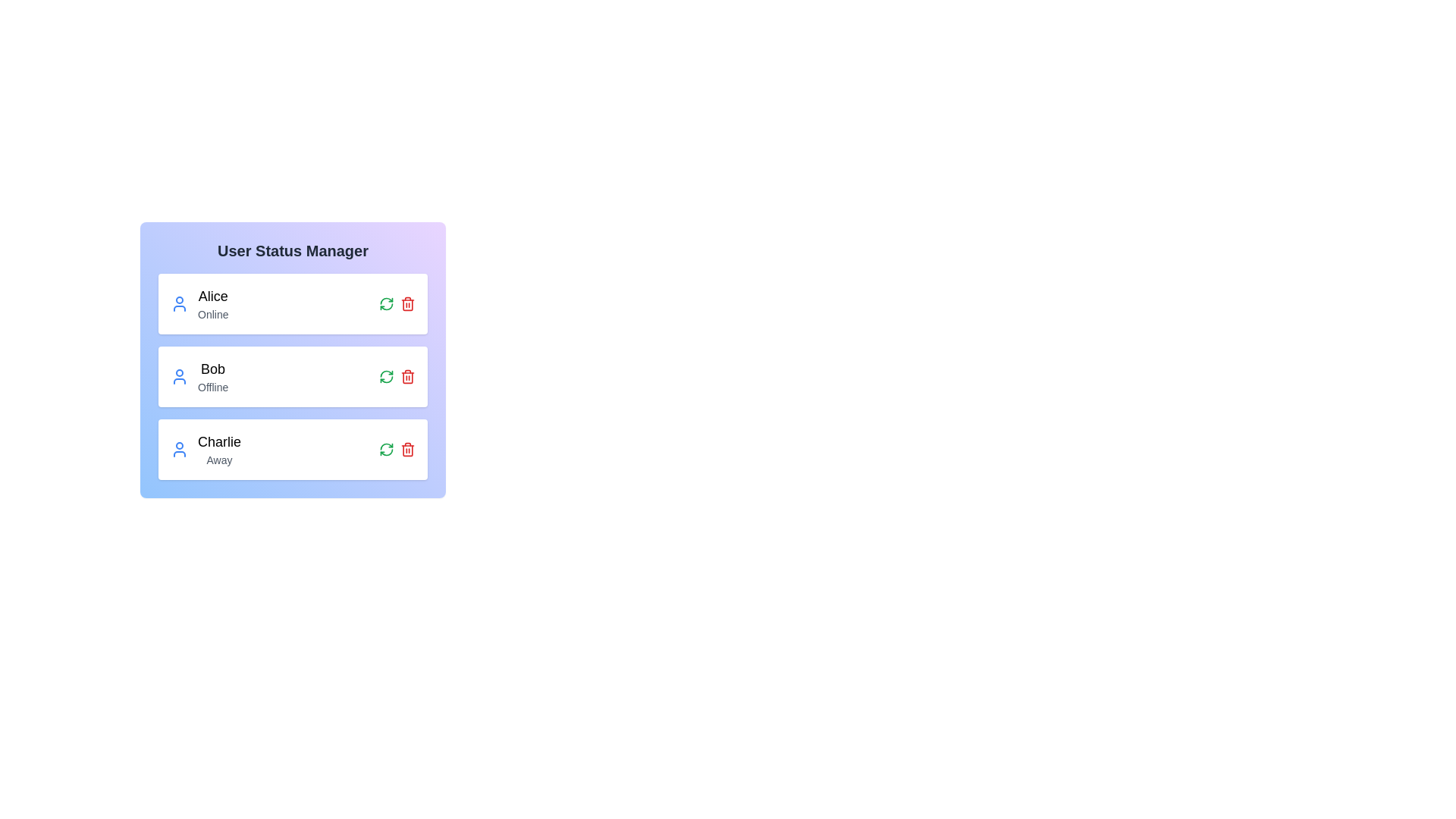 This screenshot has width=1456, height=819. I want to click on delete button corresponding to the user Charlie, so click(407, 449).